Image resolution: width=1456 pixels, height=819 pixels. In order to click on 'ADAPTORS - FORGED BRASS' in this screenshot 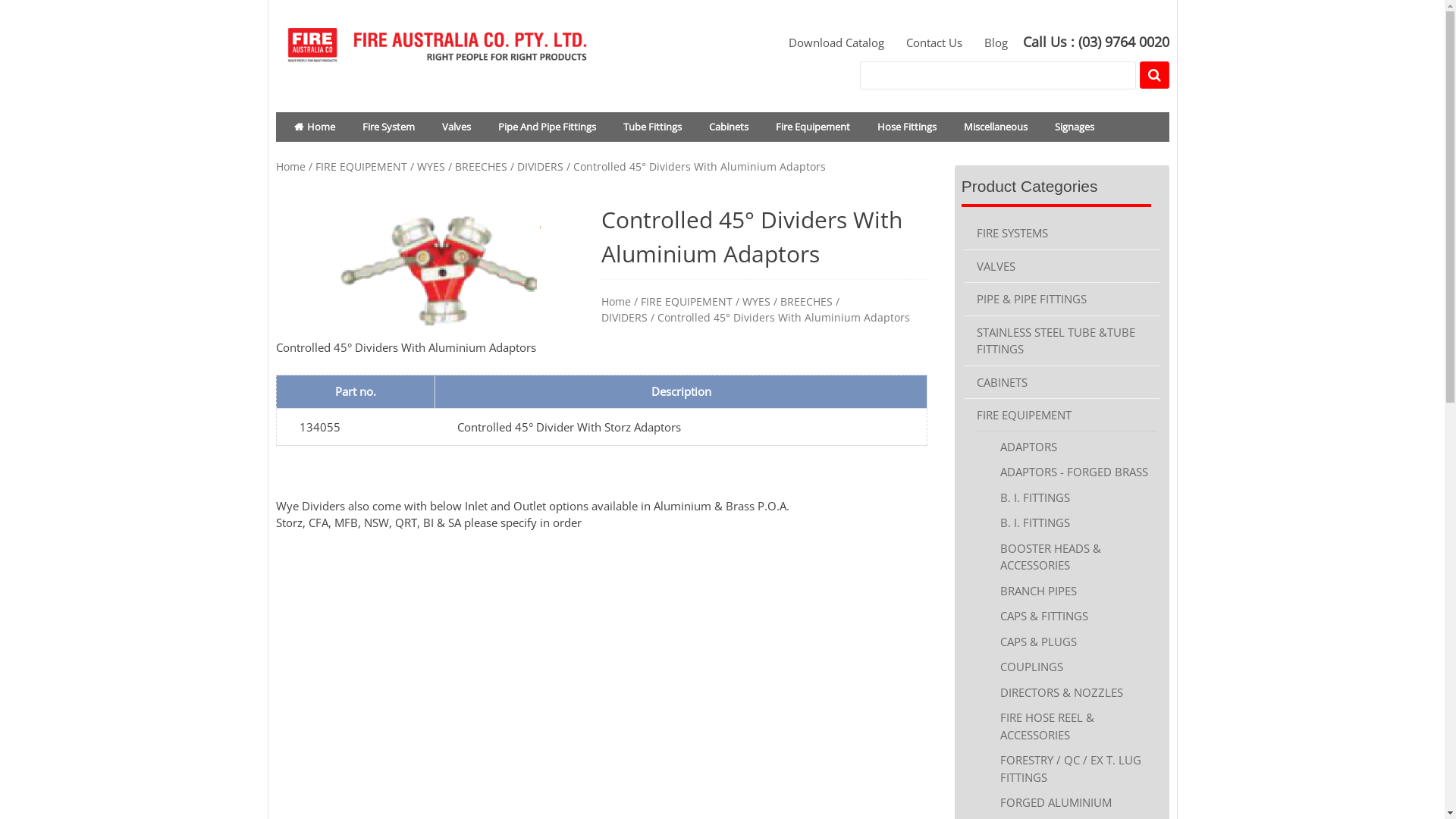, I will do `click(1073, 470)`.